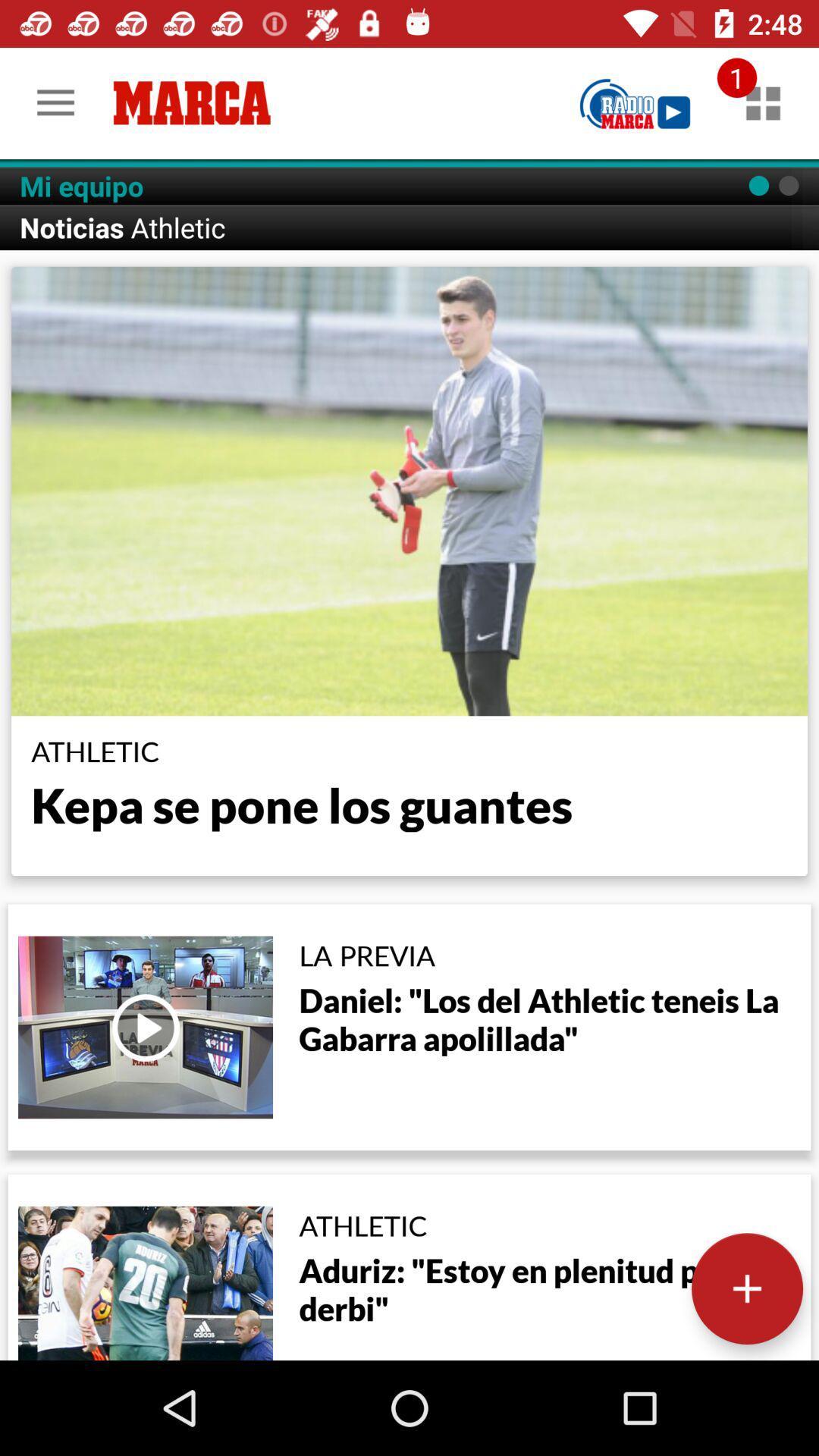  What do you see at coordinates (146, 1282) in the screenshot?
I see `the image which is beside the aduriz estoy en plenitud pderbi` at bounding box center [146, 1282].